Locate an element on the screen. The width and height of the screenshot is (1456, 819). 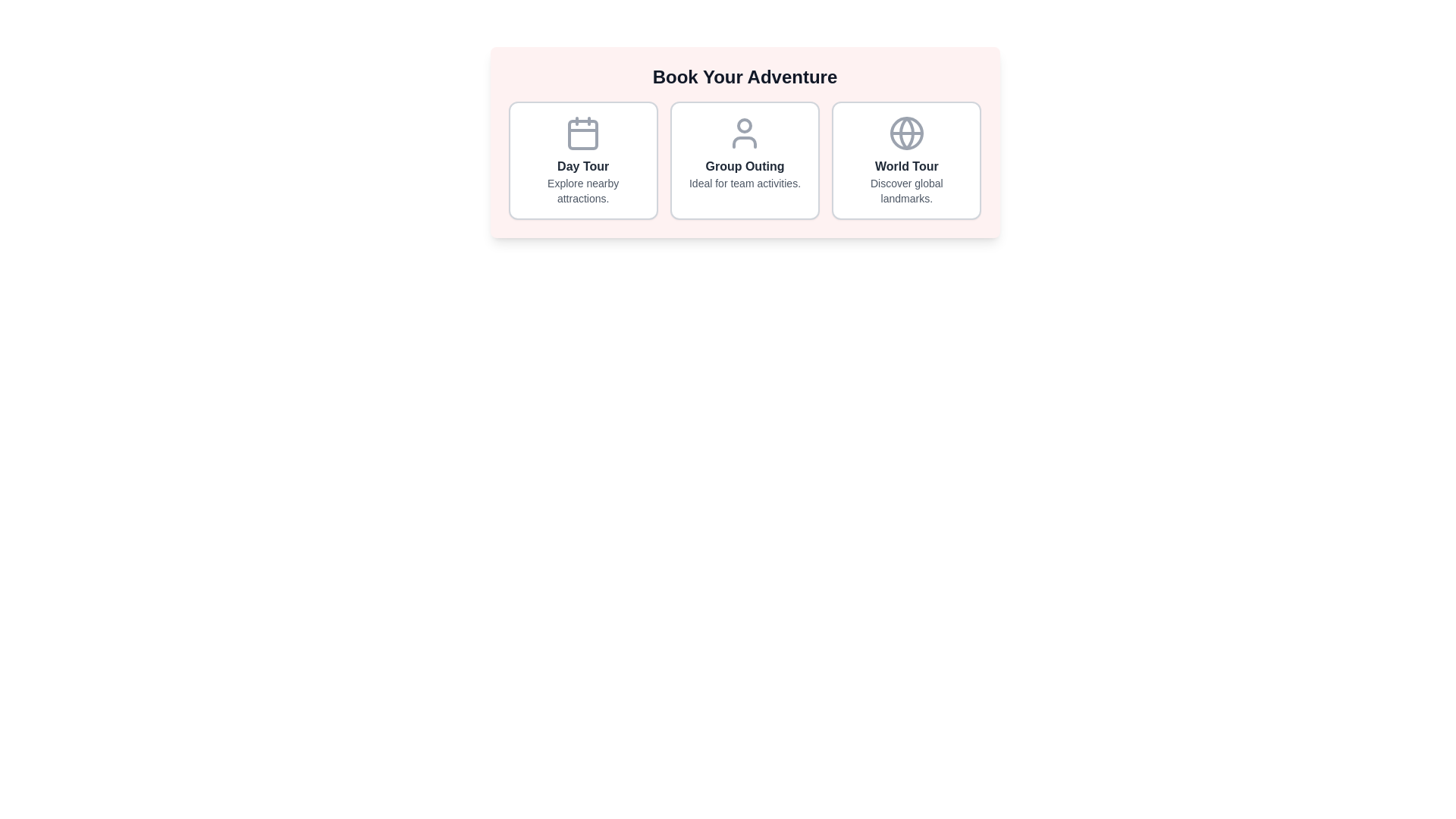
text segment displaying the title 'Day Tour' and the description 'Explore nearby attractions', which is centrally aligned below a calendar icon in the first column of a three-column grid is located at coordinates (582, 180).